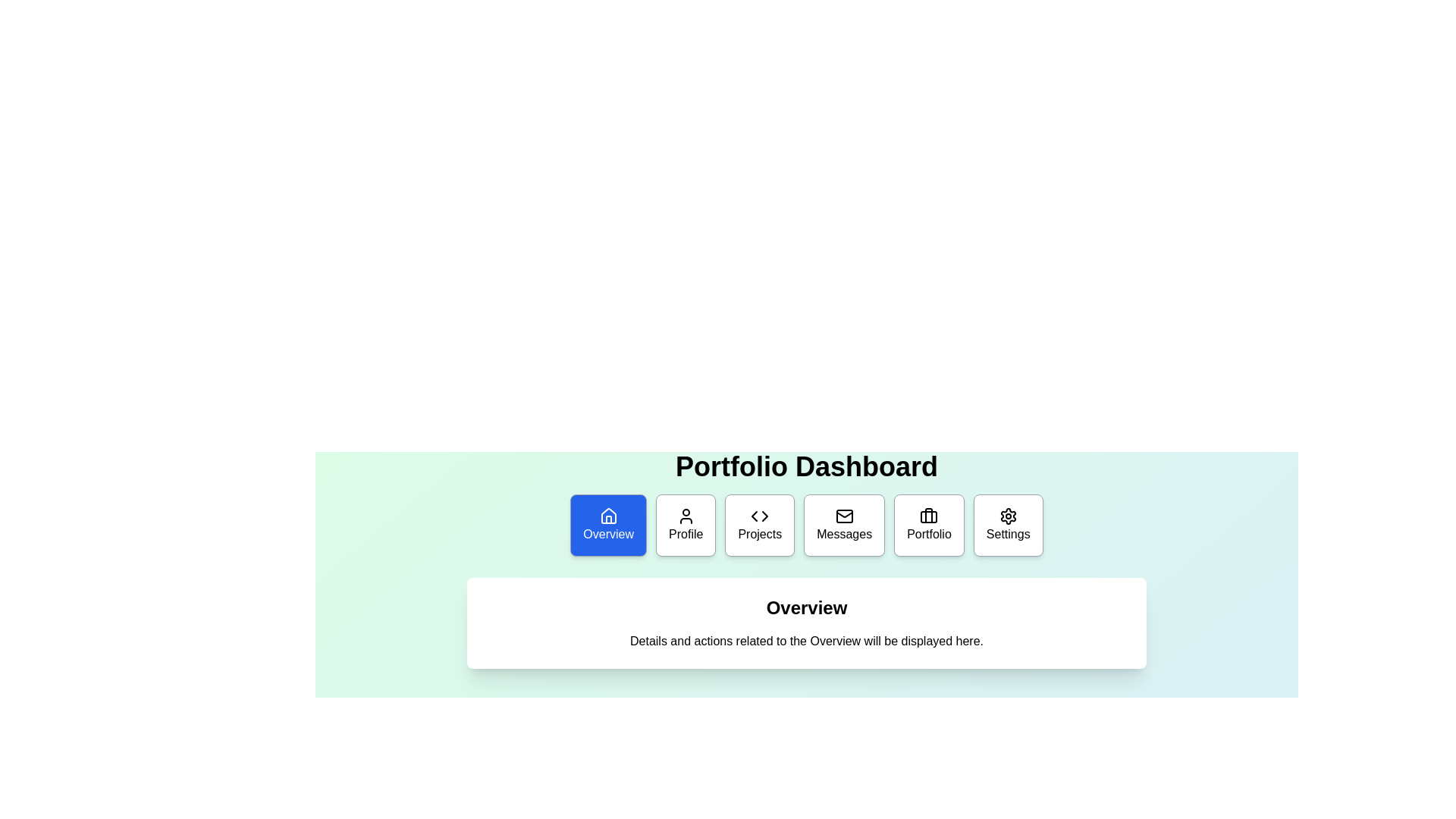 This screenshot has height=819, width=1456. I want to click on the cogwheel icon representing the settings functionality located on the far-right side of the navigation buttons, so click(1008, 516).